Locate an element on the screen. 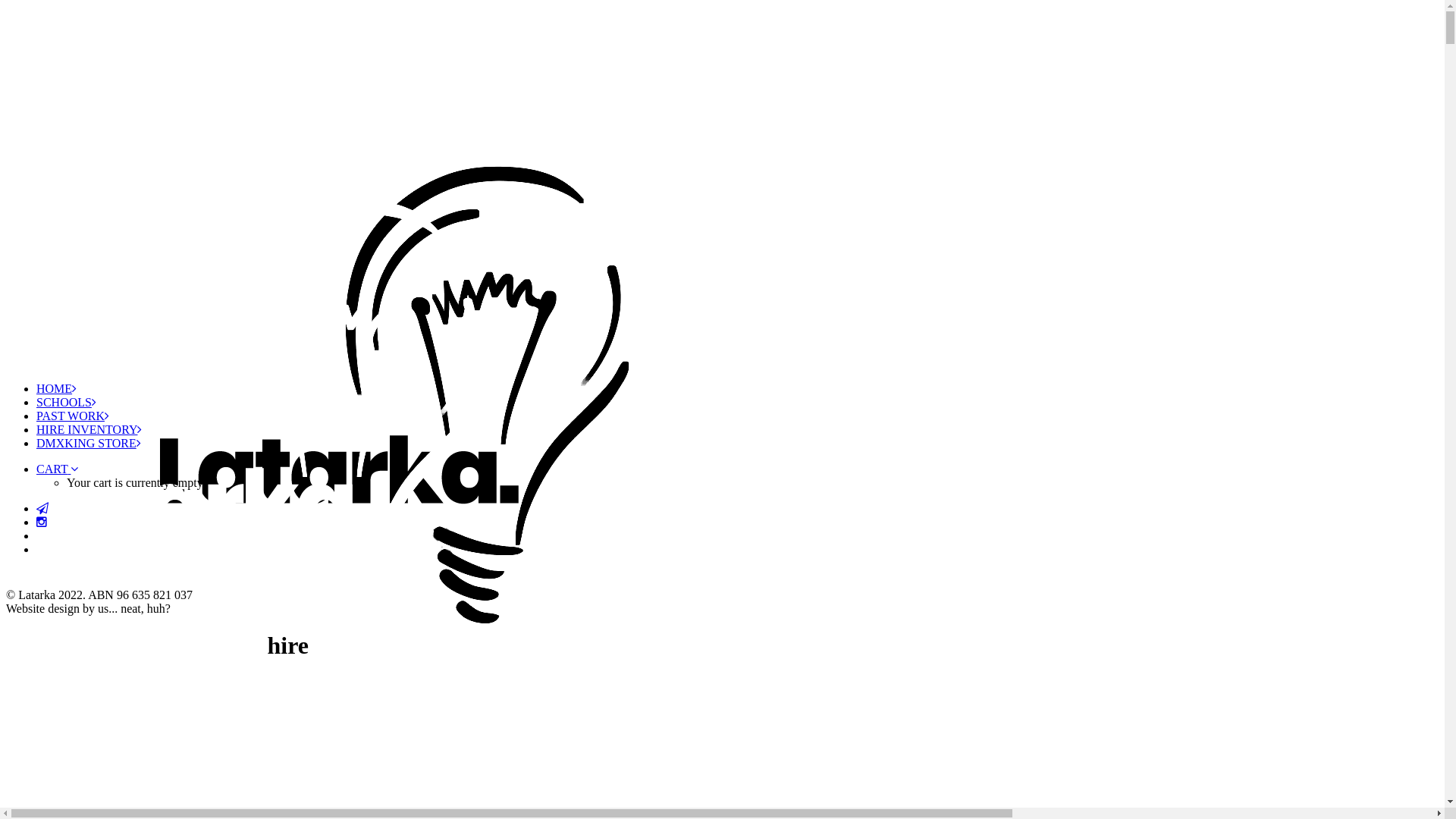 The width and height of the screenshot is (1456, 819). 'HIRE INVENTORY' is located at coordinates (88, 429).